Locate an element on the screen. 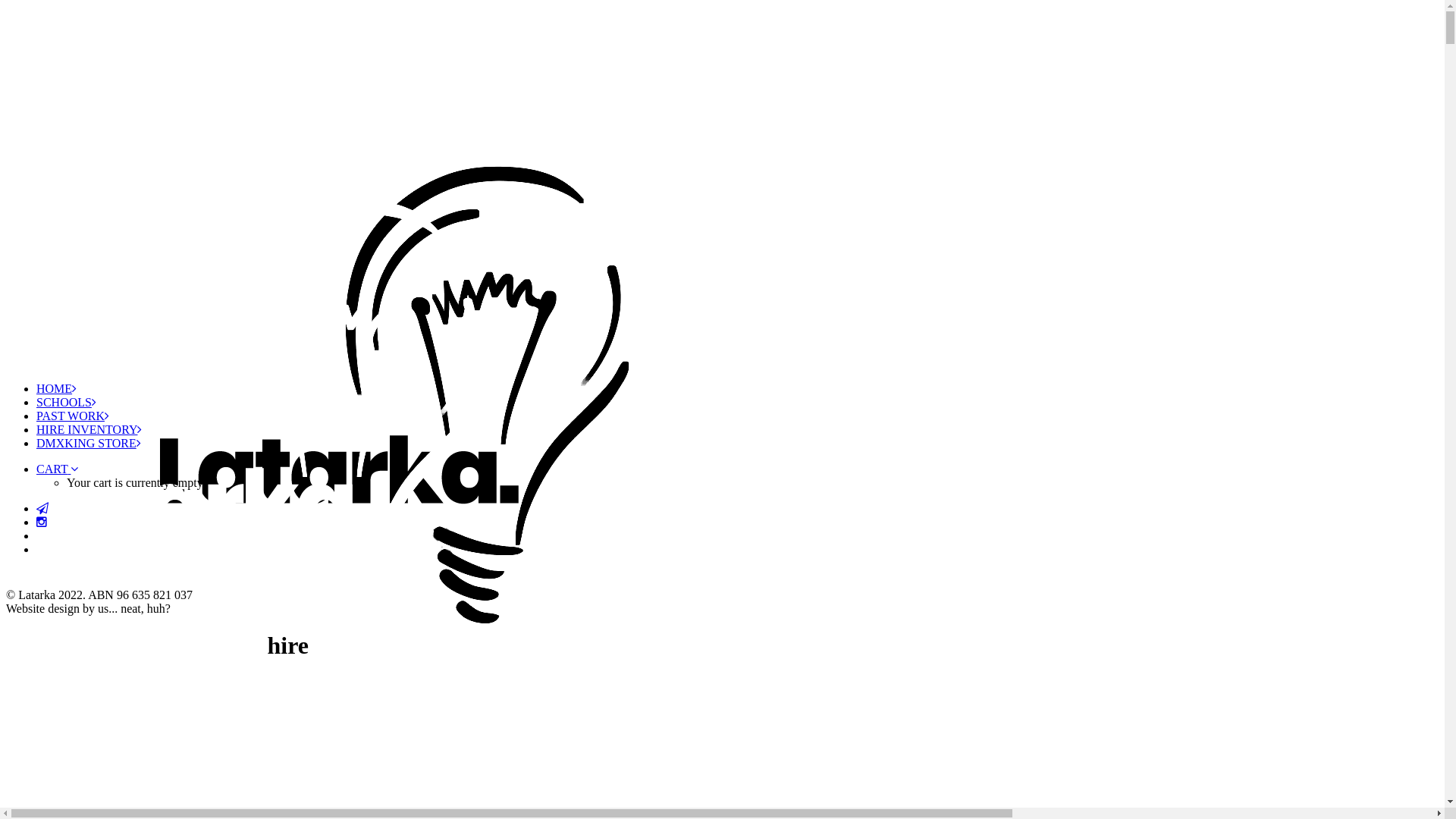 The width and height of the screenshot is (1456, 819). 'HIRE INVENTORY' is located at coordinates (88, 429).